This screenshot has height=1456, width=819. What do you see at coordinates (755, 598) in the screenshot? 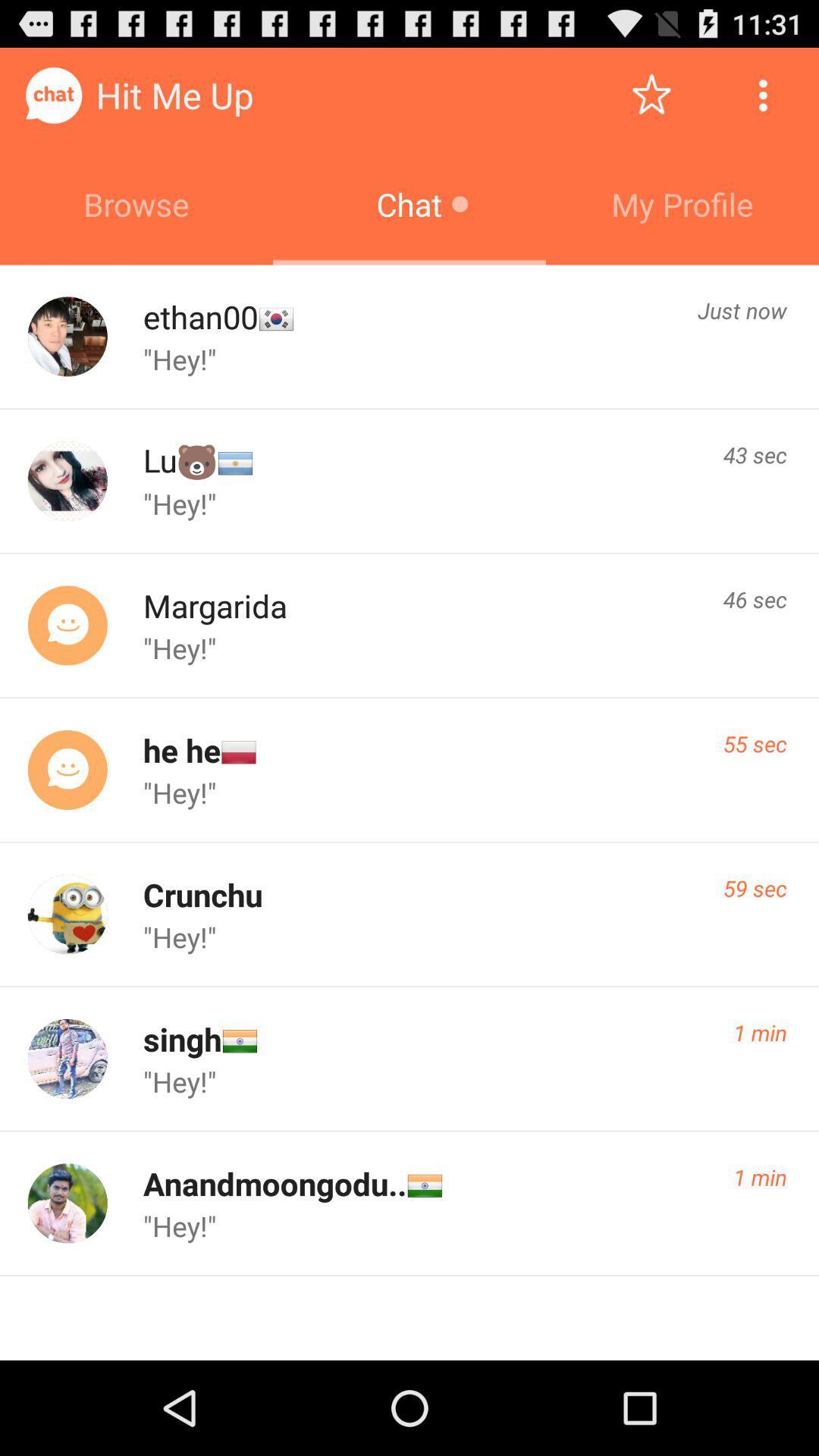
I see `item to the right of margarida` at bounding box center [755, 598].